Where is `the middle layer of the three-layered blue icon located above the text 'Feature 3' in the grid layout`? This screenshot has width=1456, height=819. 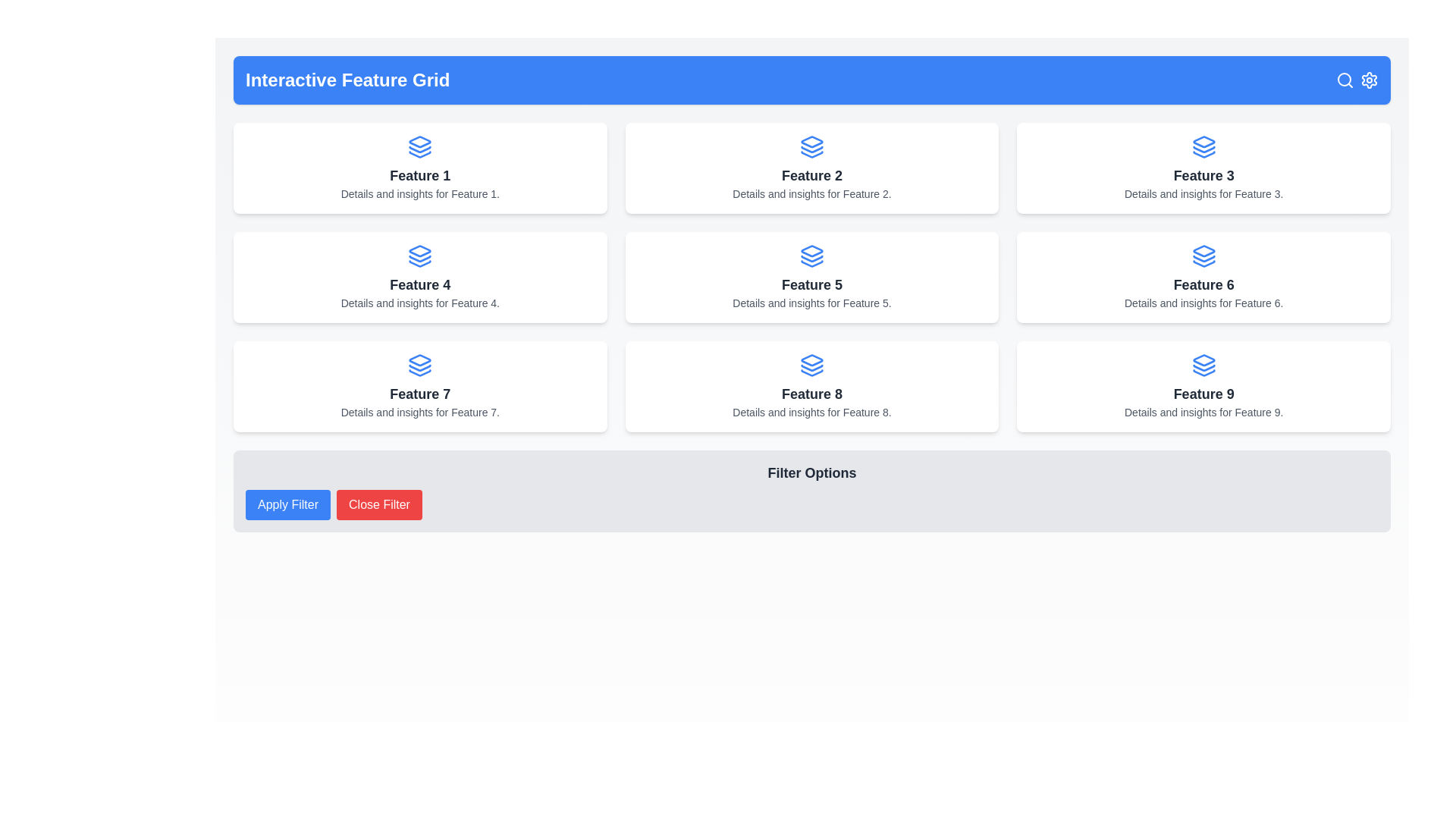
the middle layer of the three-layered blue icon located above the text 'Feature 3' in the grid layout is located at coordinates (1203, 149).